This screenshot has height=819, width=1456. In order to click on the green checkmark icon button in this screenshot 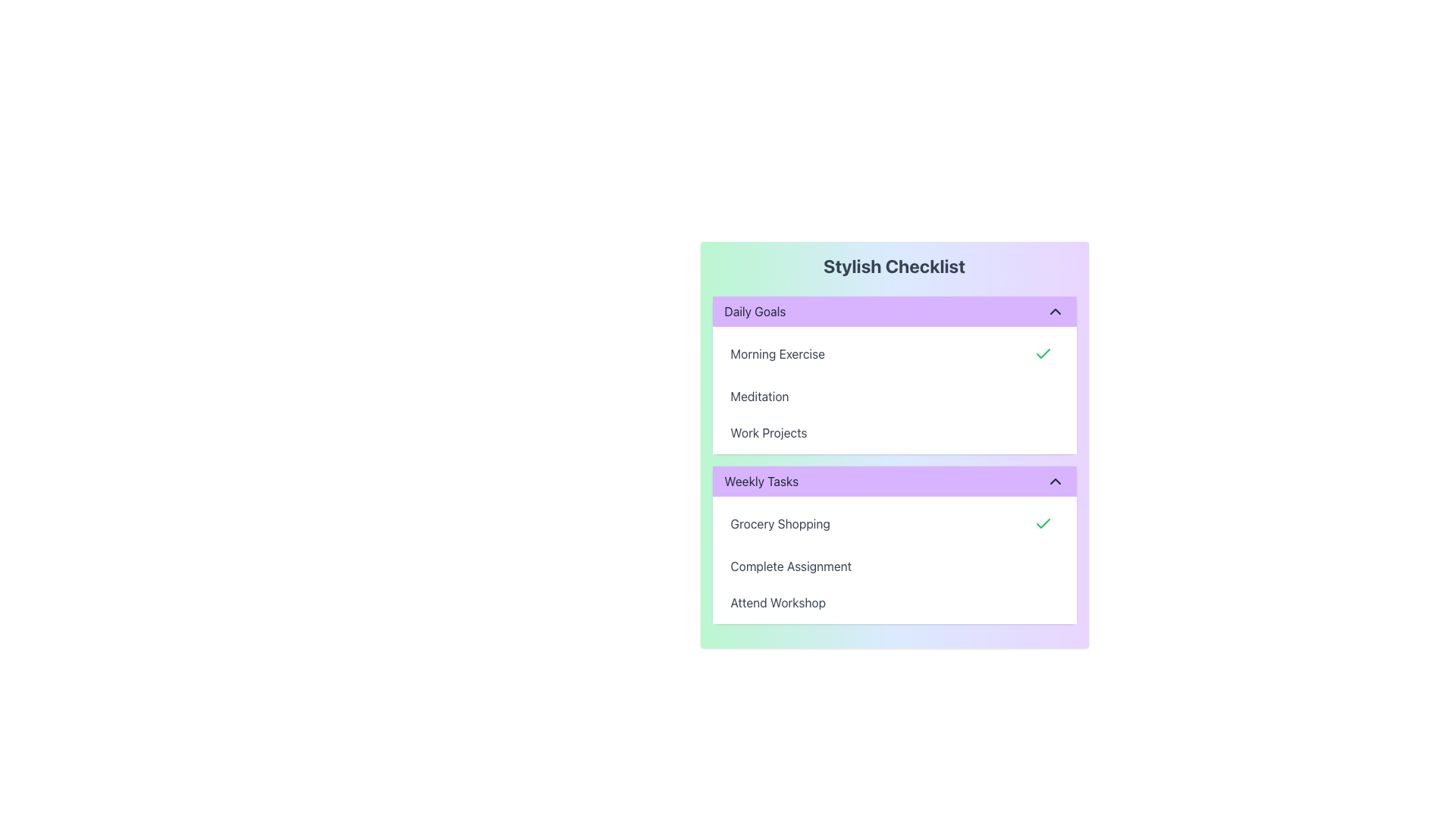, I will do `click(1042, 522)`.